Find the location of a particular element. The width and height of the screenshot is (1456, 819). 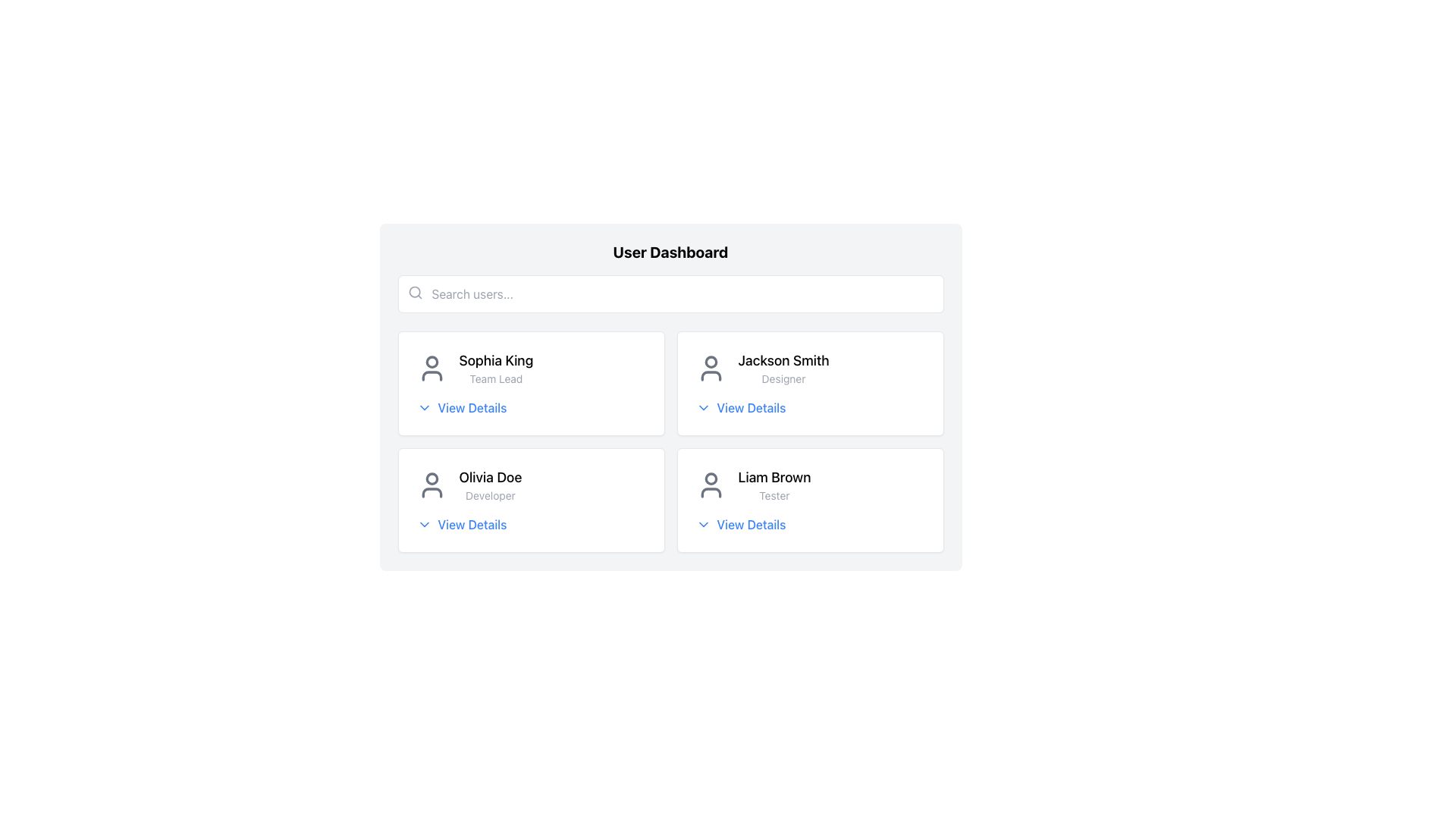

the Text Display element that shows 'Sophia King' as a header and 'Team Lead' as a subheader, located in the first user card on the left side of the grid layout is located at coordinates (496, 369).